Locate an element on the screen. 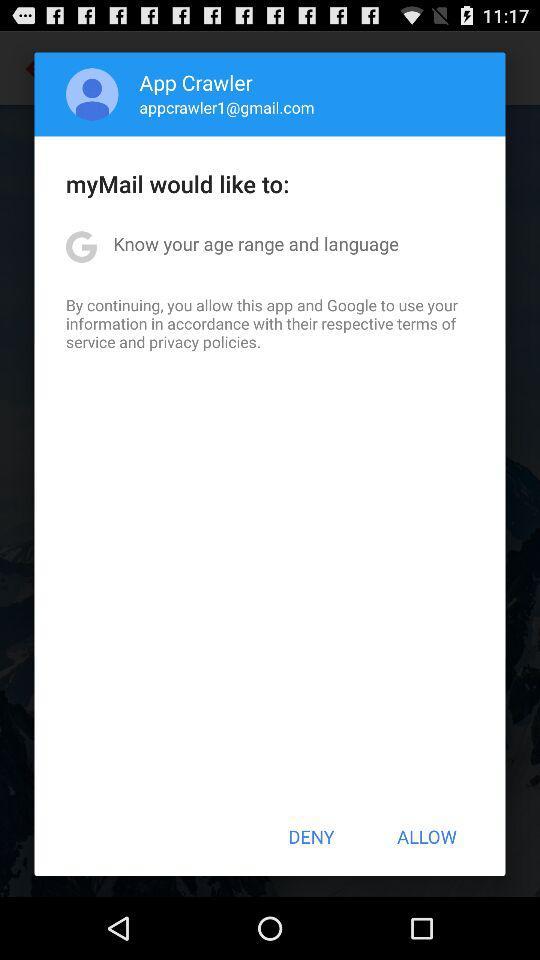  app above appcrawler1@gmail.com is located at coordinates (196, 82).